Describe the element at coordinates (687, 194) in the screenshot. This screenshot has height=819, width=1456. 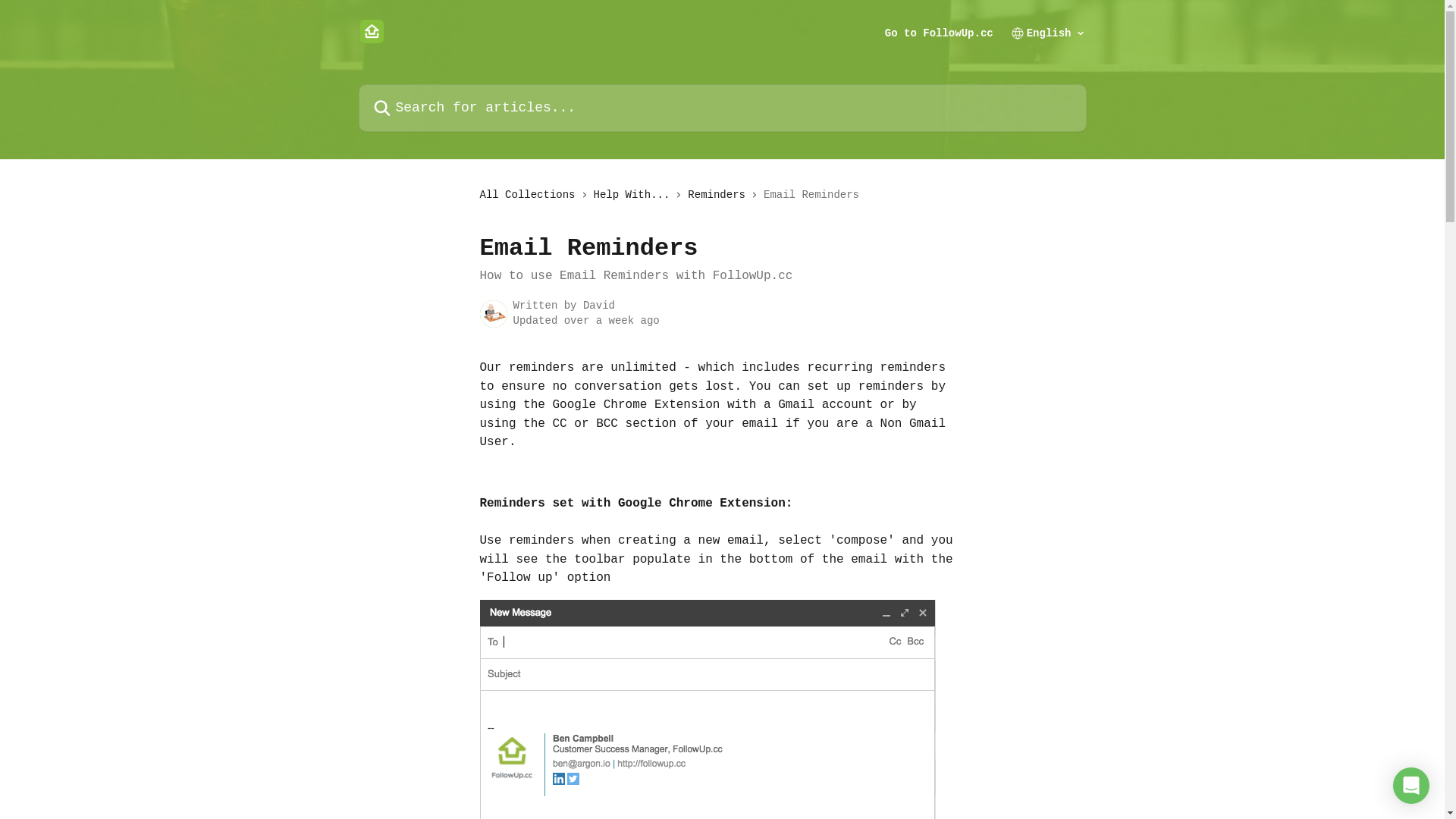
I see `'Reminders'` at that location.